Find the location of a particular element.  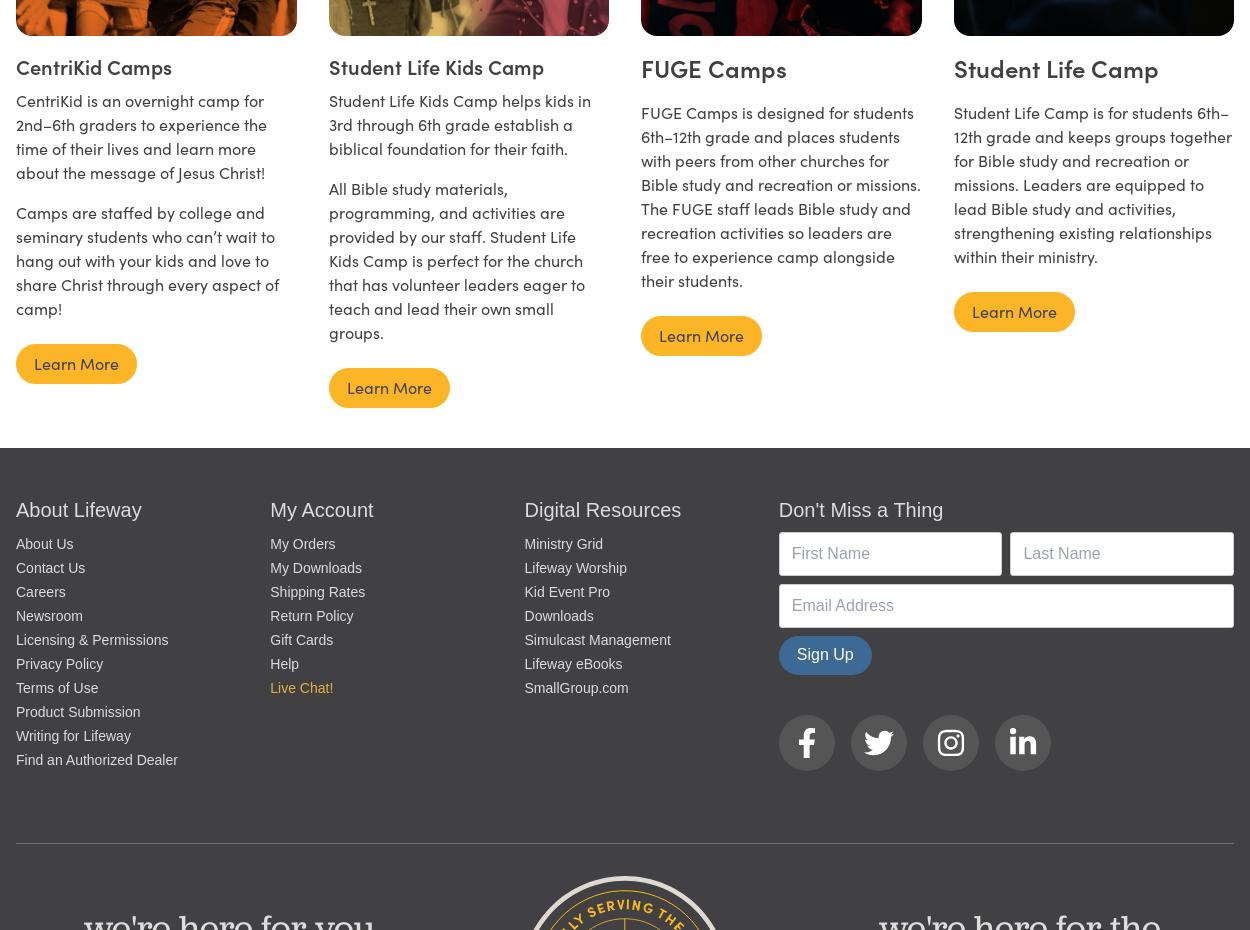

'My Downloads' is located at coordinates (315, 567).